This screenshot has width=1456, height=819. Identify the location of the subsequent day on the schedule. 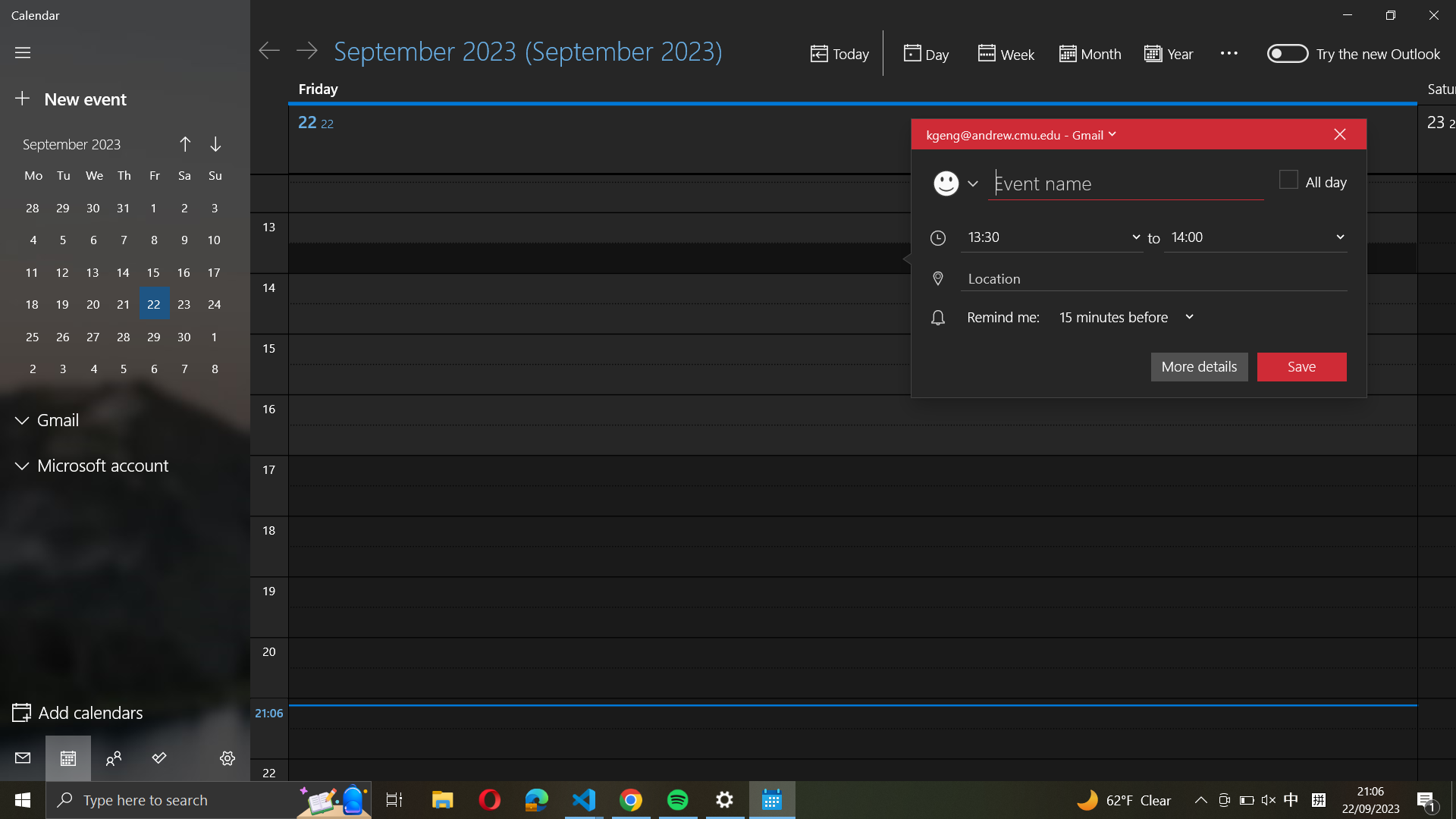
(306, 49).